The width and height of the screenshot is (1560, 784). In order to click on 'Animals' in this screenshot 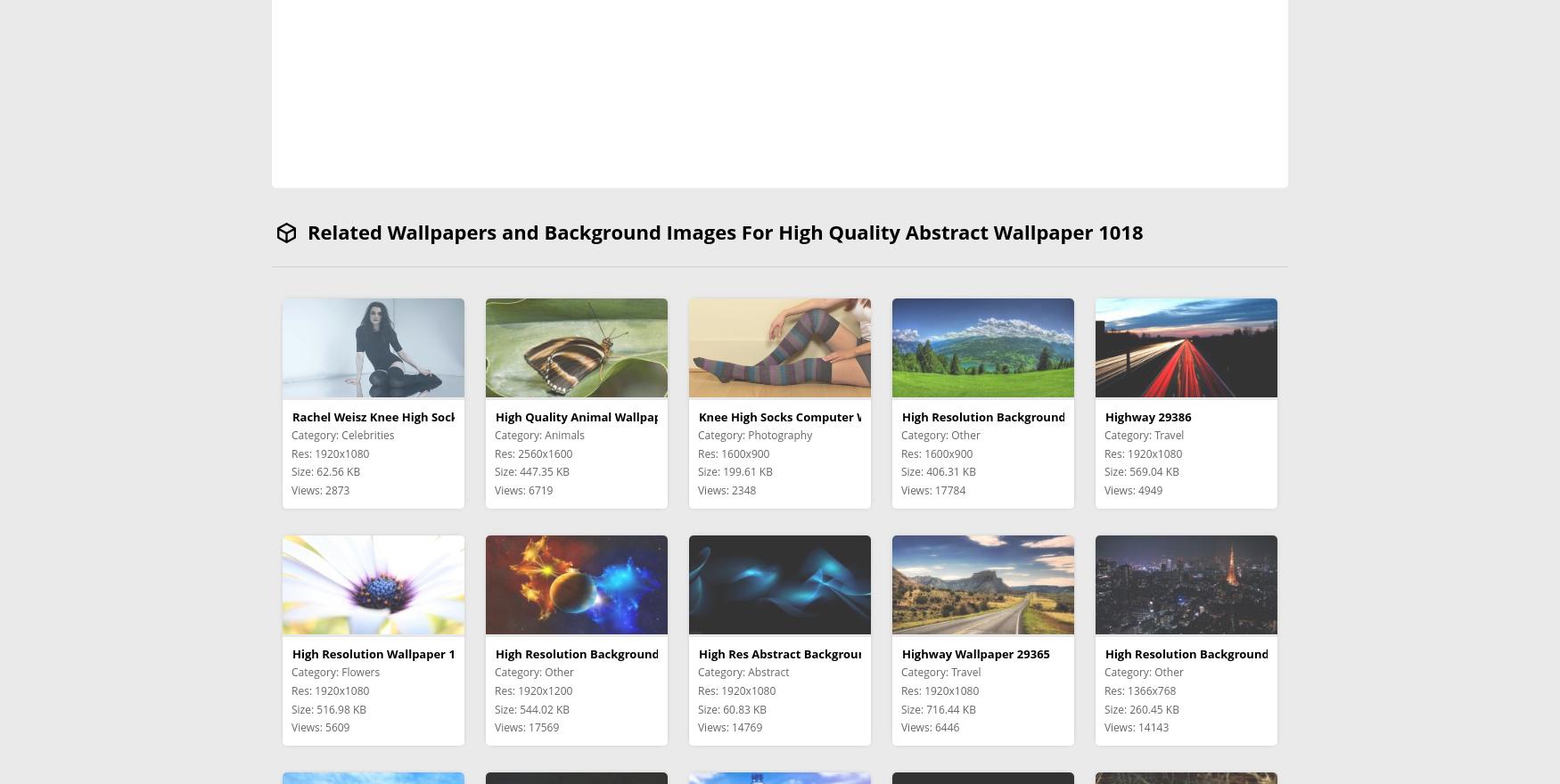, I will do `click(562, 434)`.